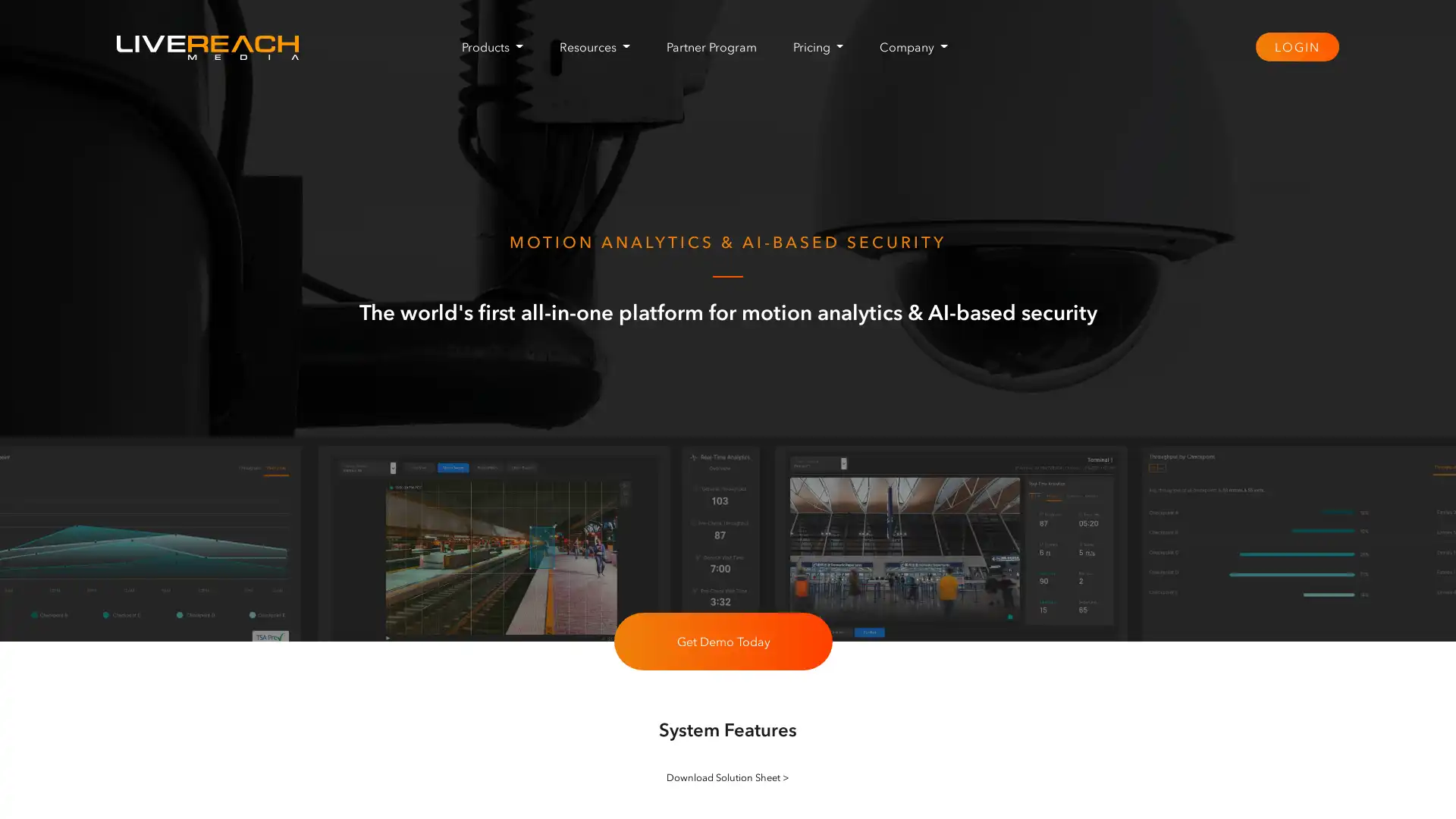 Image resolution: width=1456 pixels, height=819 pixels. Describe the element at coordinates (723, 641) in the screenshot. I see `Get Demo Today` at that location.